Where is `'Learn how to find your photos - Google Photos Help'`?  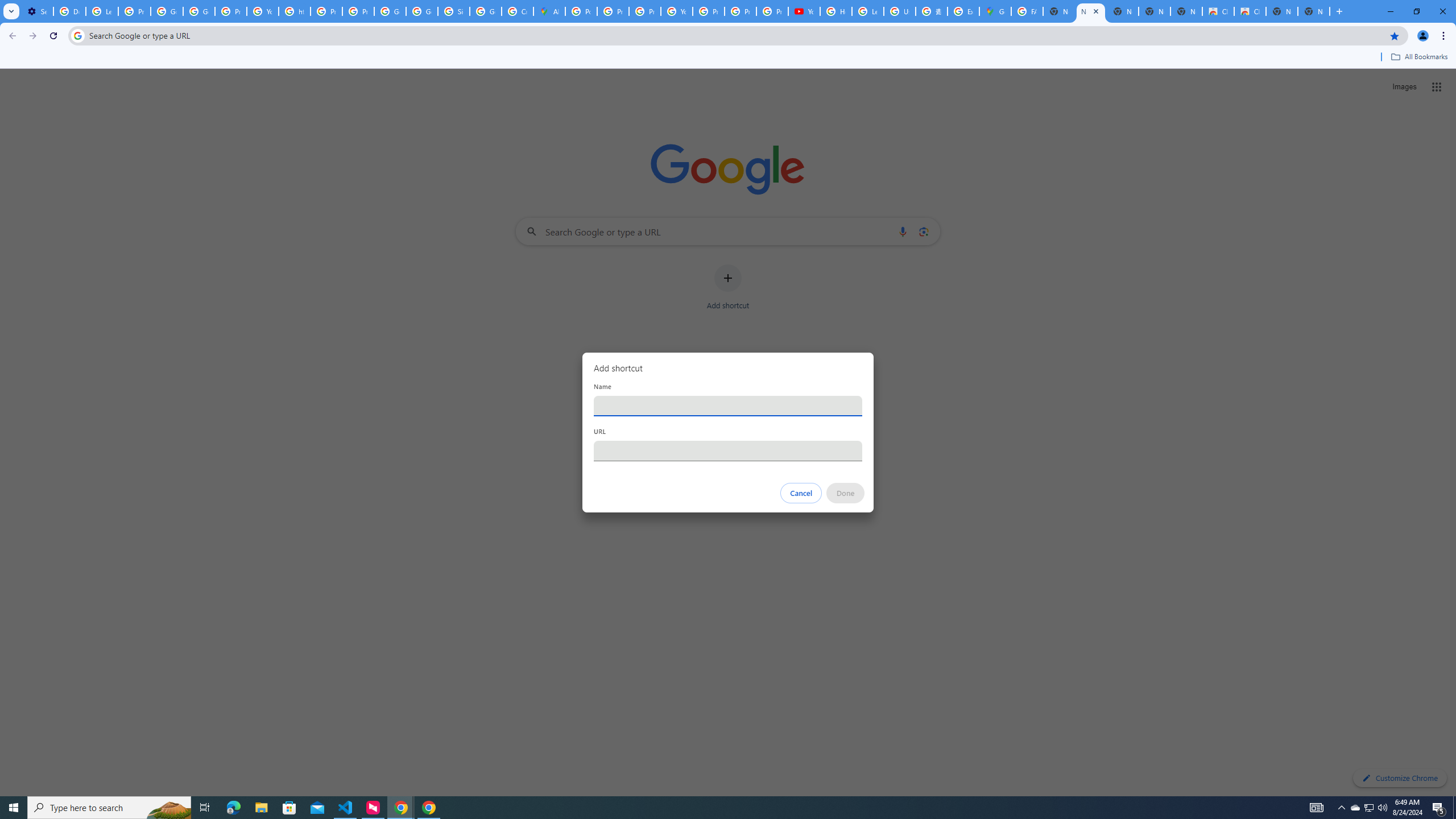
'Learn how to find your photos - Google Photos Help' is located at coordinates (102, 11).